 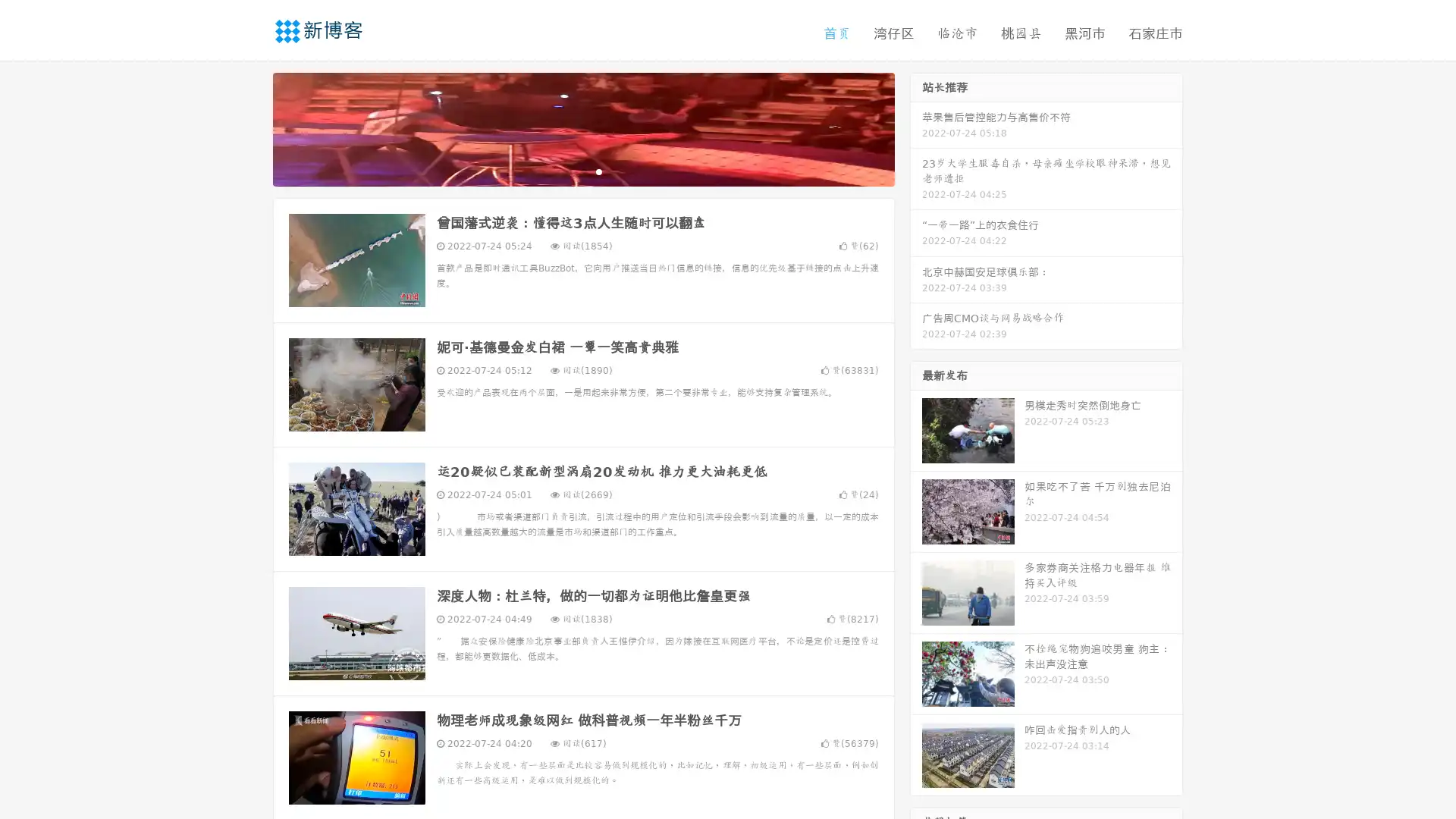 What do you see at coordinates (250, 127) in the screenshot?
I see `Previous slide` at bounding box center [250, 127].